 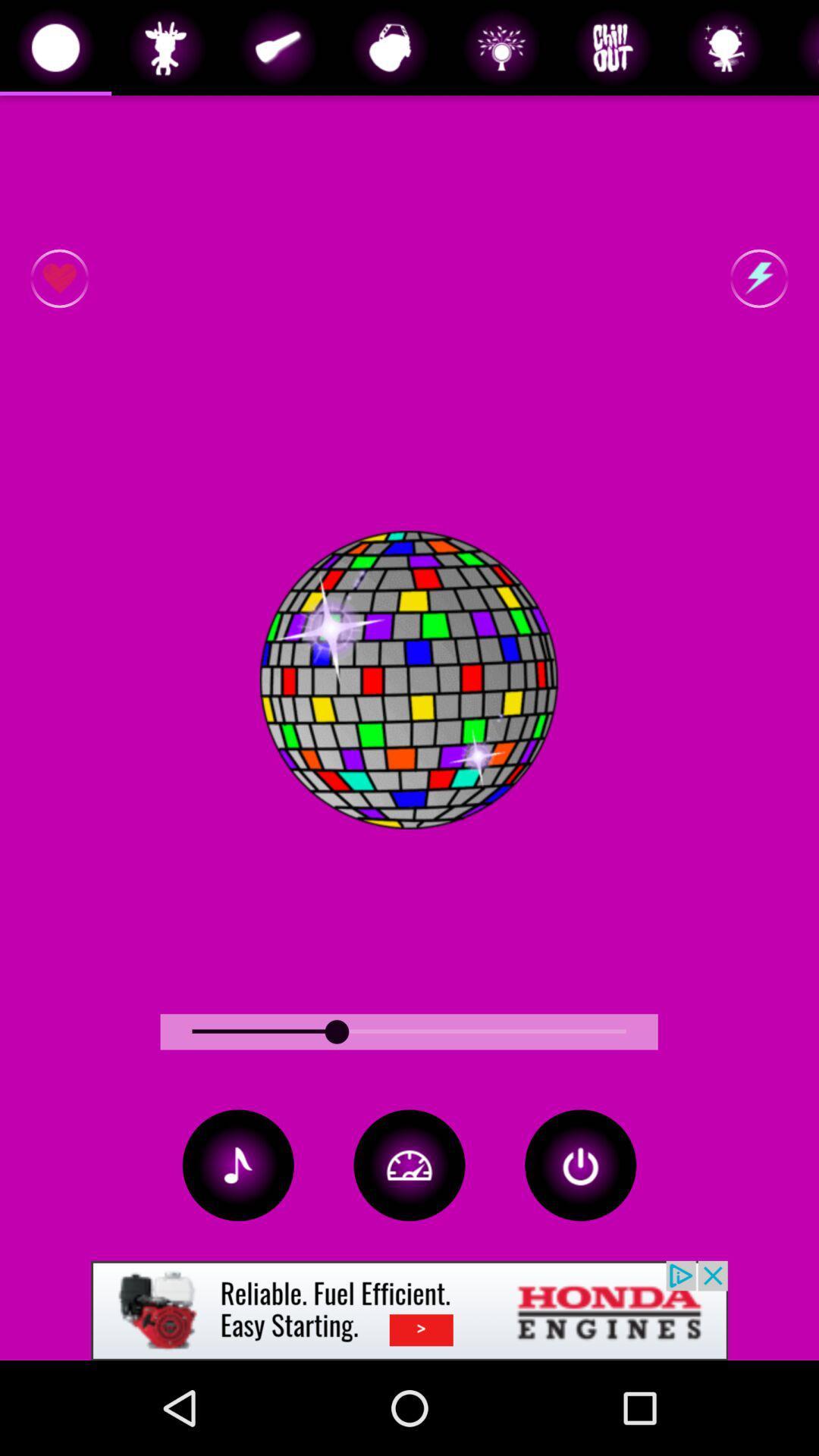 What do you see at coordinates (580, 1164) in the screenshot?
I see `the power icon` at bounding box center [580, 1164].